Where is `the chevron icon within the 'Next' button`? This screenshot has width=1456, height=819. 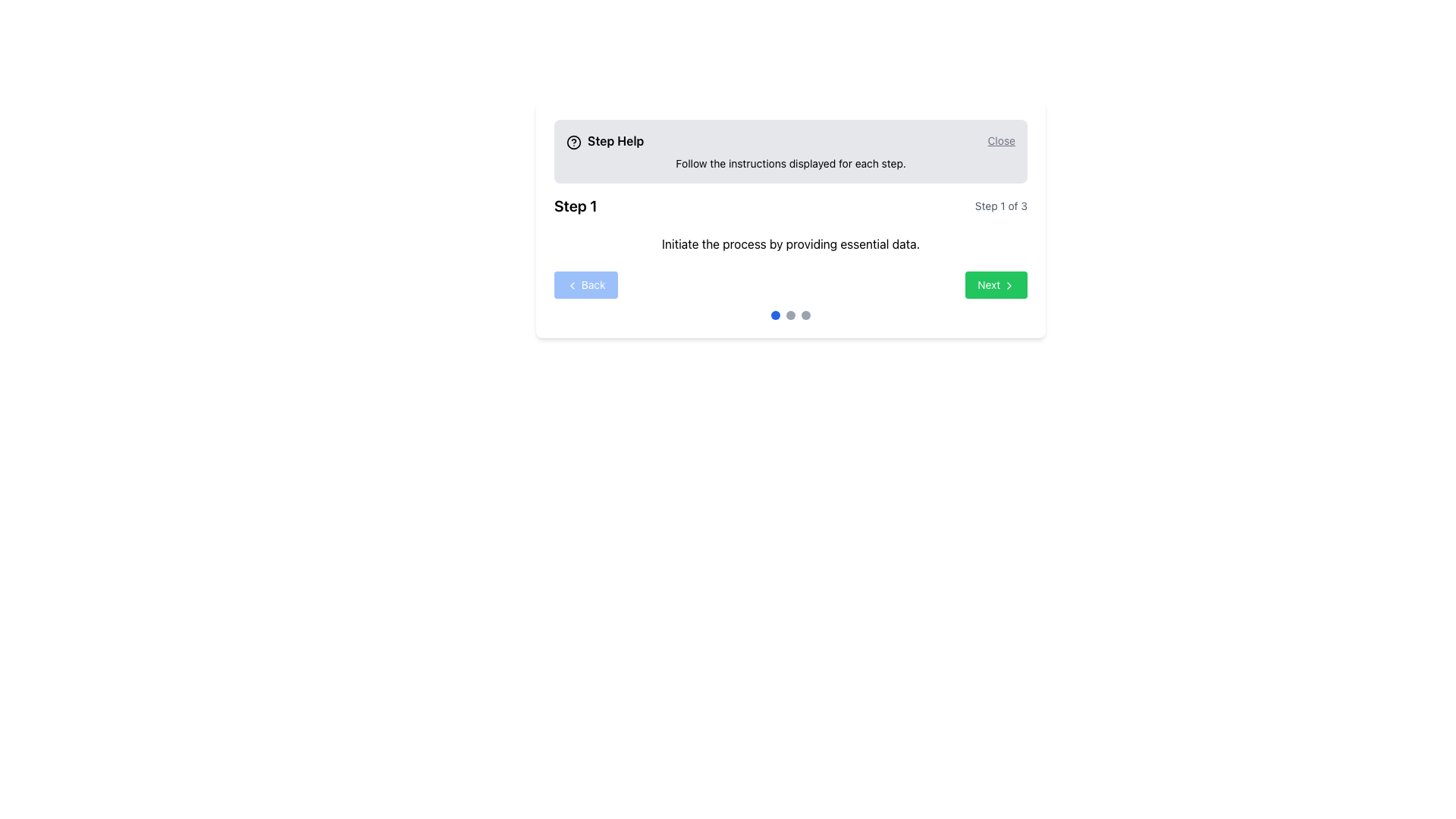 the chevron icon within the 'Next' button is located at coordinates (1009, 286).